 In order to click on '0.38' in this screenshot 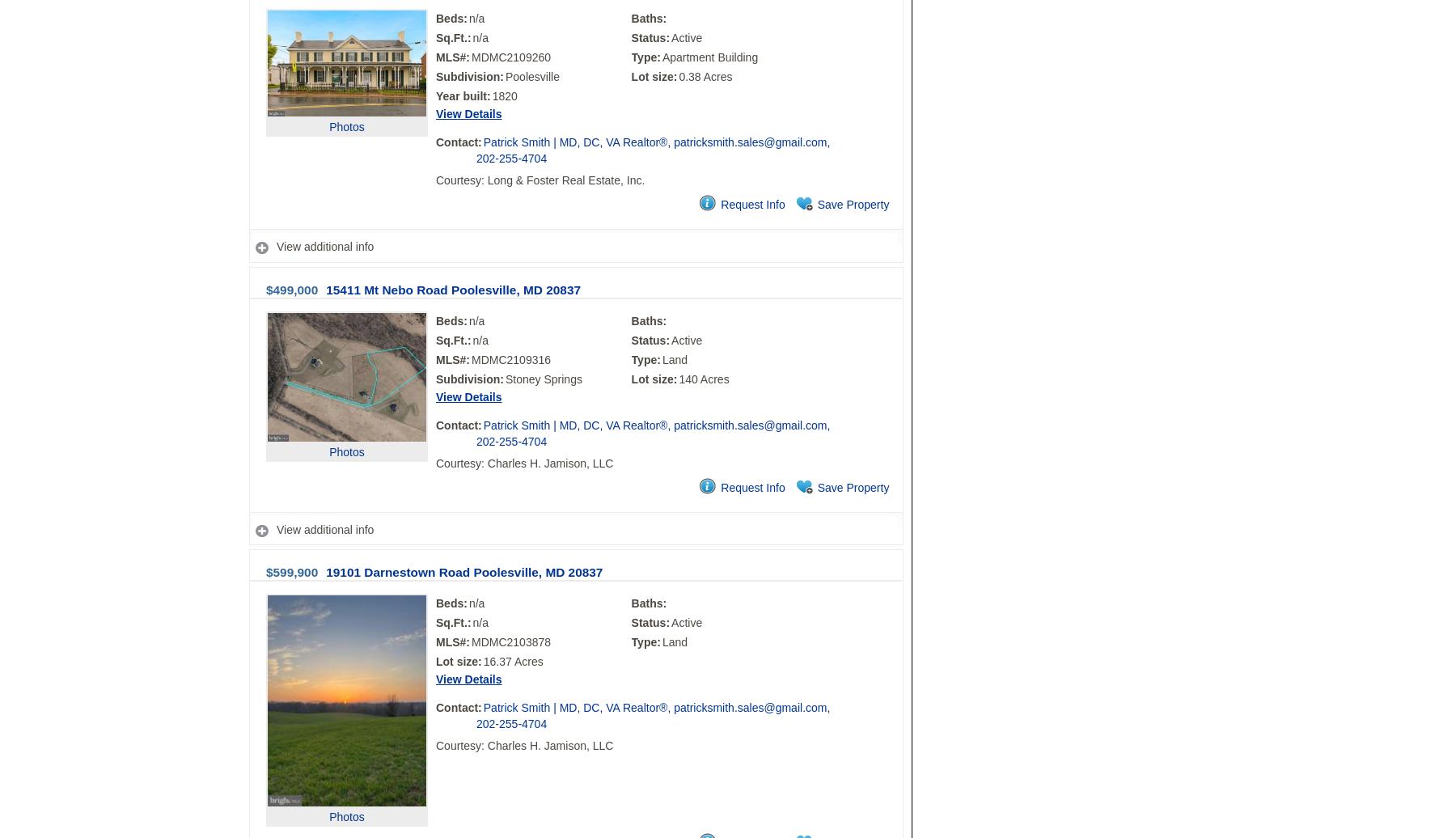, I will do `click(689, 77)`.